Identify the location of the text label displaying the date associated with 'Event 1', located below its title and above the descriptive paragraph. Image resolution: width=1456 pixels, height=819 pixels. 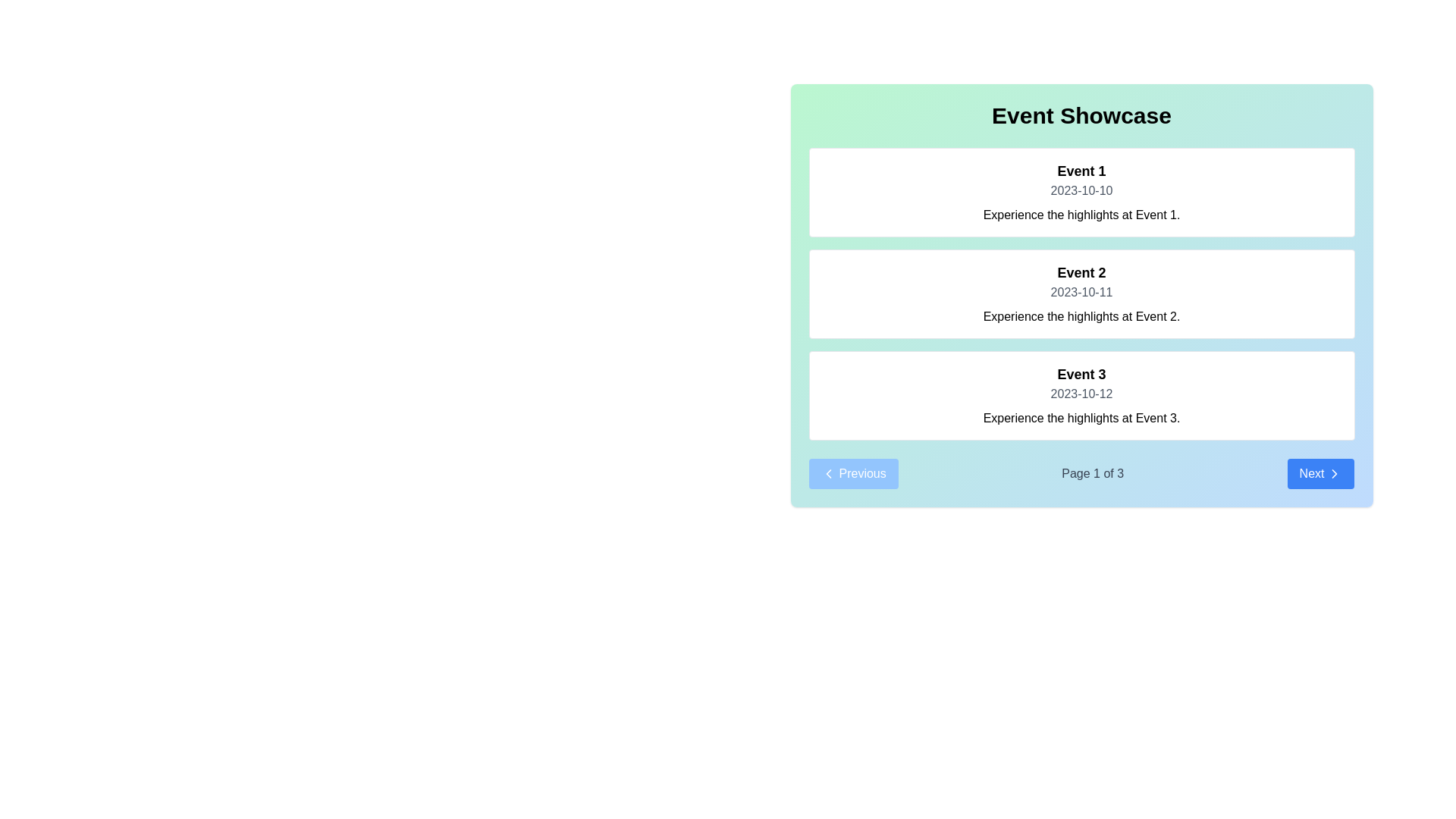
(1081, 190).